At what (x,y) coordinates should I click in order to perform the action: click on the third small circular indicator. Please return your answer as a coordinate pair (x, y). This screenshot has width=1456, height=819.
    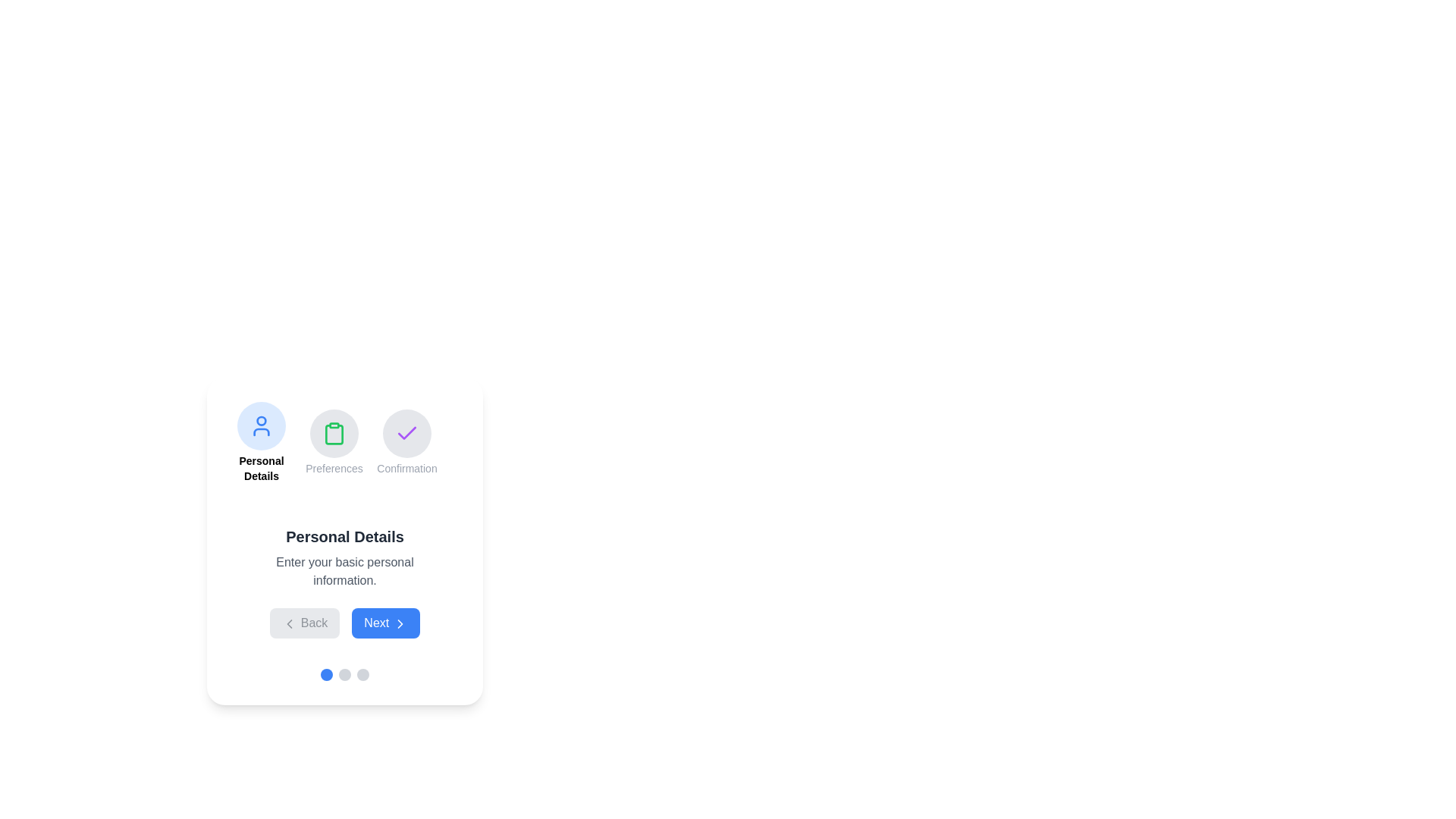
    Looking at the image, I should click on (362, 674).